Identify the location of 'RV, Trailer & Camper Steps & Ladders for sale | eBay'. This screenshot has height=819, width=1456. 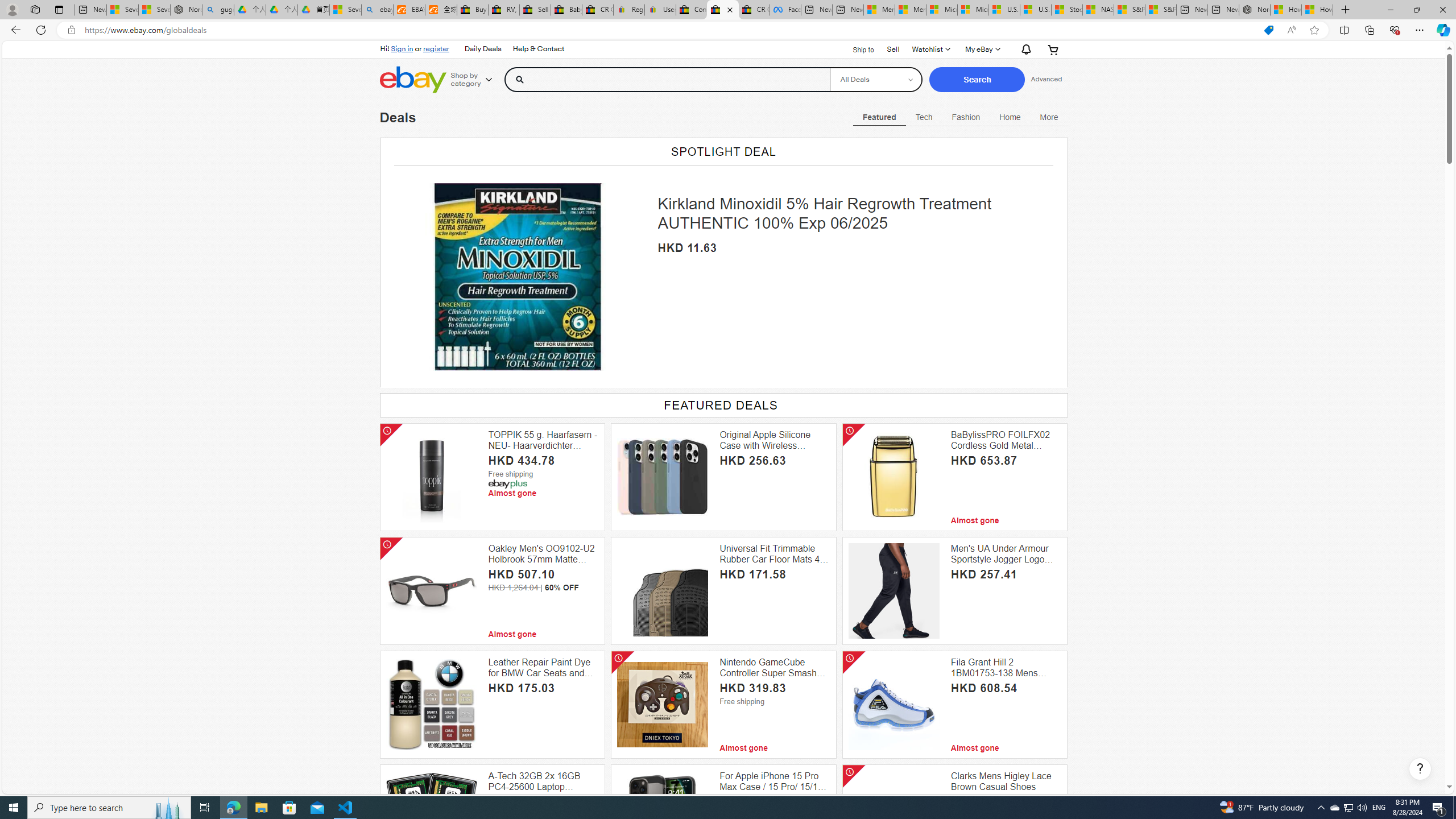
(503, 9).